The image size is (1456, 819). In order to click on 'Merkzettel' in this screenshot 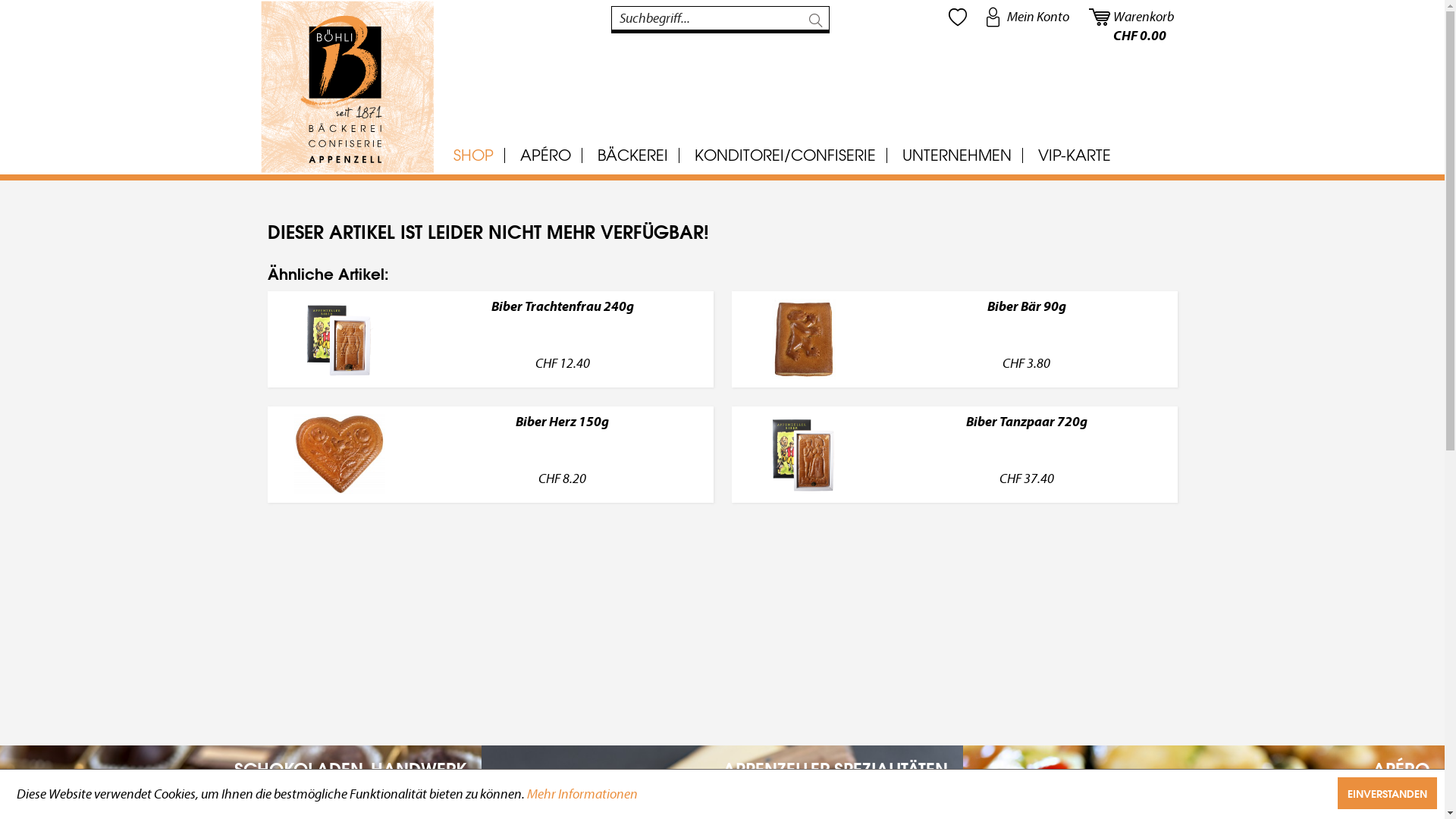, I will do `click(956, 17)`.